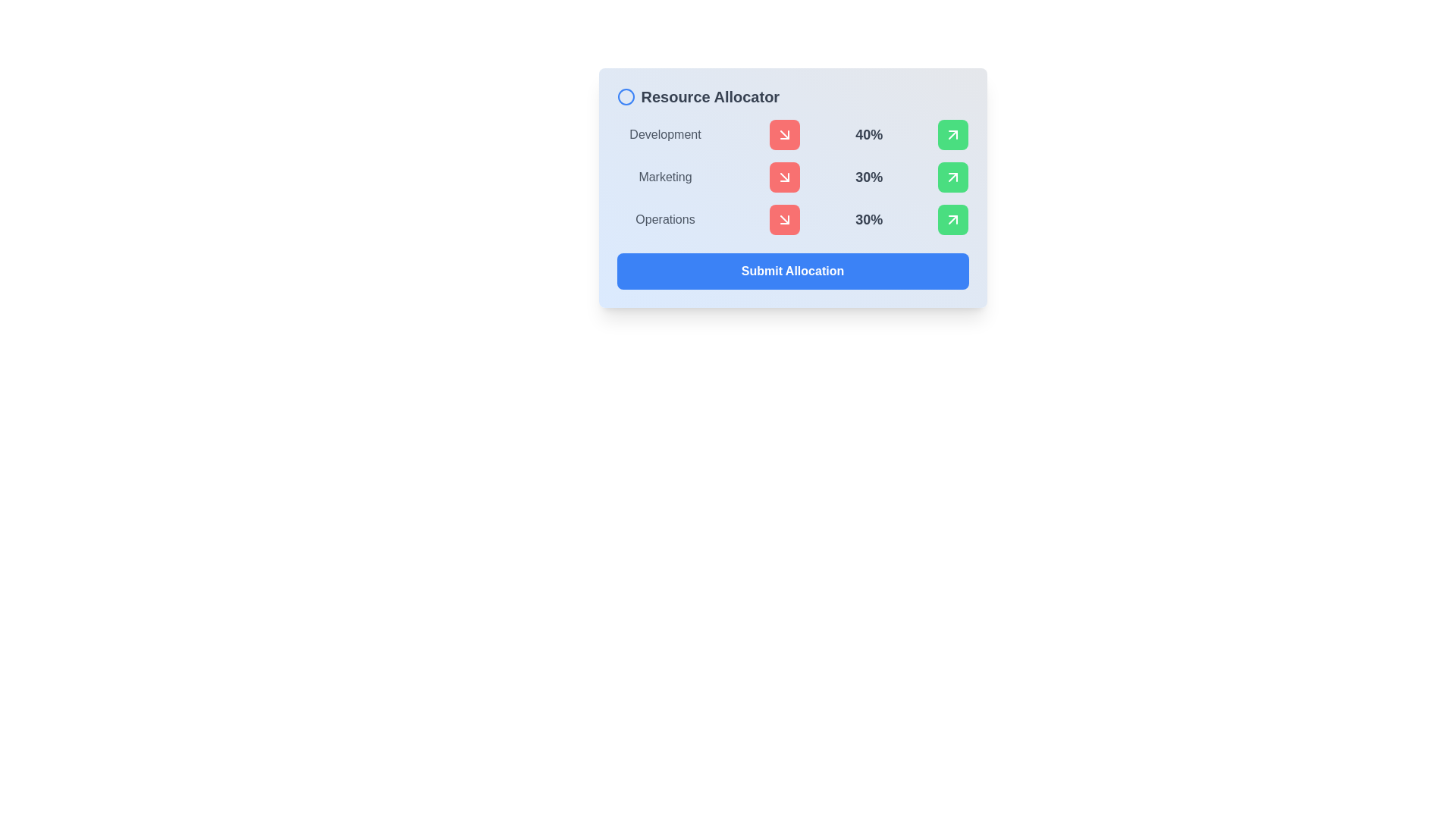 This screenshot has height=819, width=1456. I want to click on the SVG icon for decreasing resource allocation located in the 'Operations' row of the Resource Allocator panel, adjacent to the '30%' value, so click(784, 219).